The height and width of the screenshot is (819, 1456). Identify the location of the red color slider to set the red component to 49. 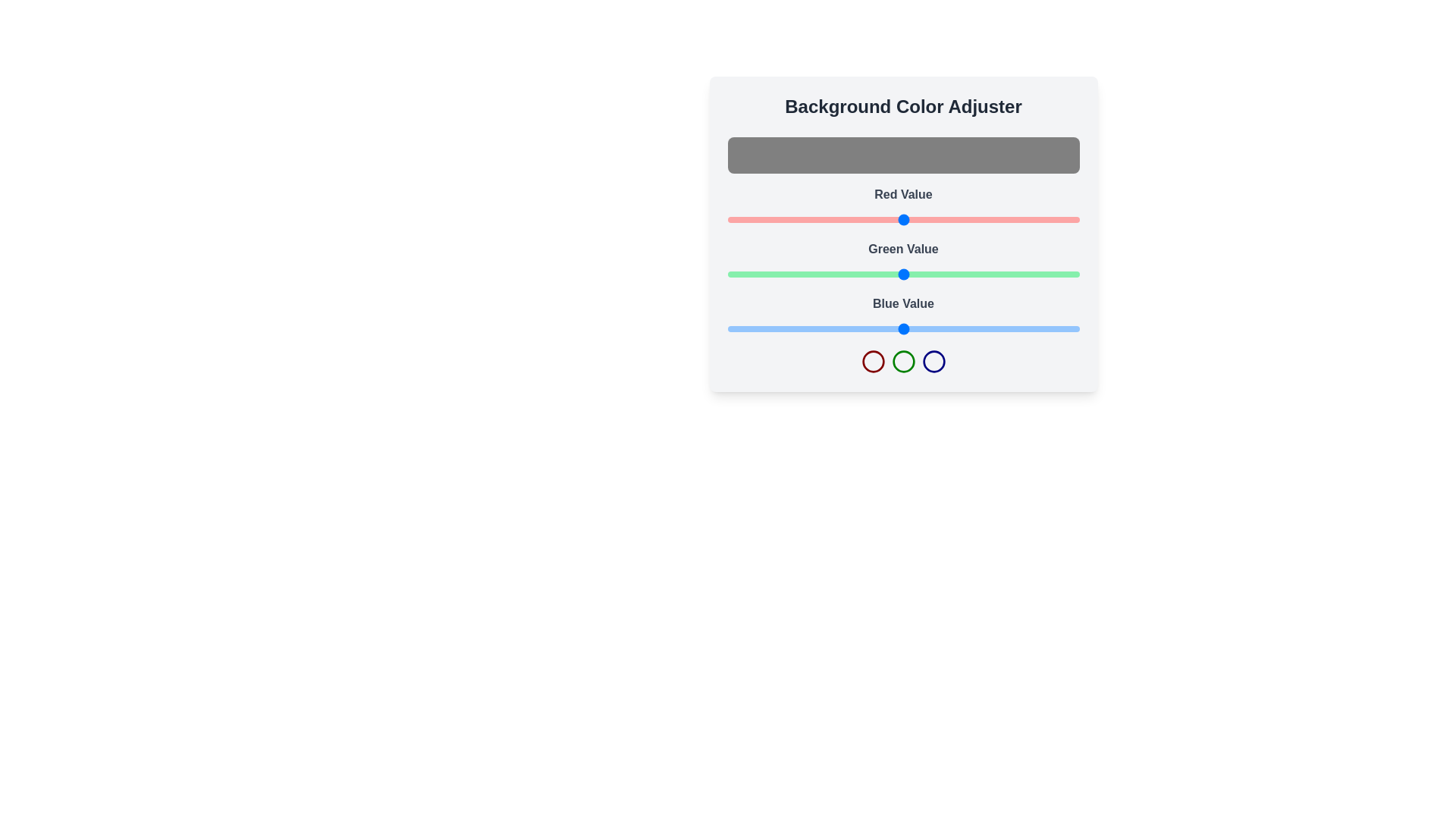
(794, 219).